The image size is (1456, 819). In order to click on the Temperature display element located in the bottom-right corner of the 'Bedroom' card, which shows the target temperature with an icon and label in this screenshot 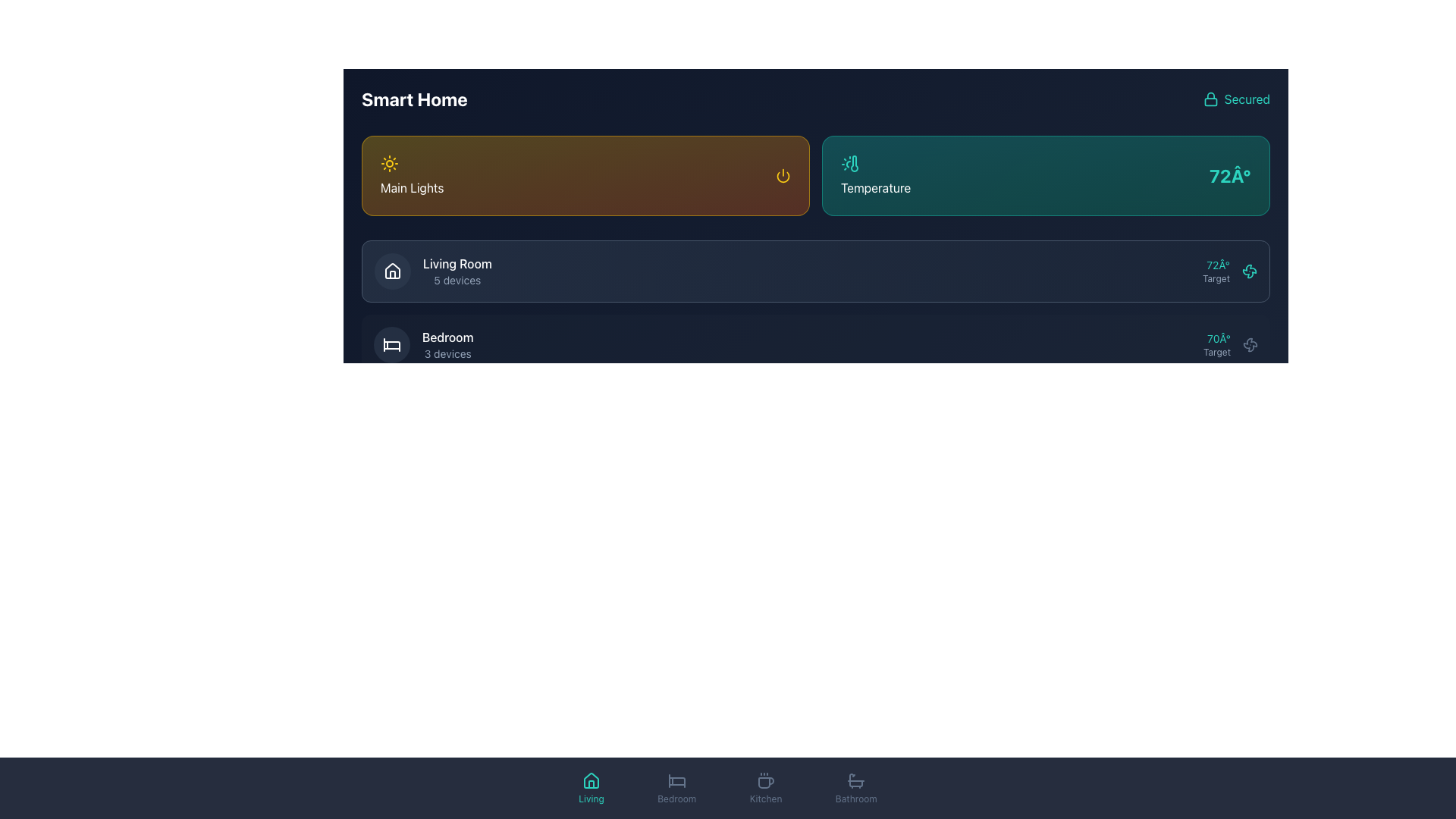, I will do `click(1230, 345)`.